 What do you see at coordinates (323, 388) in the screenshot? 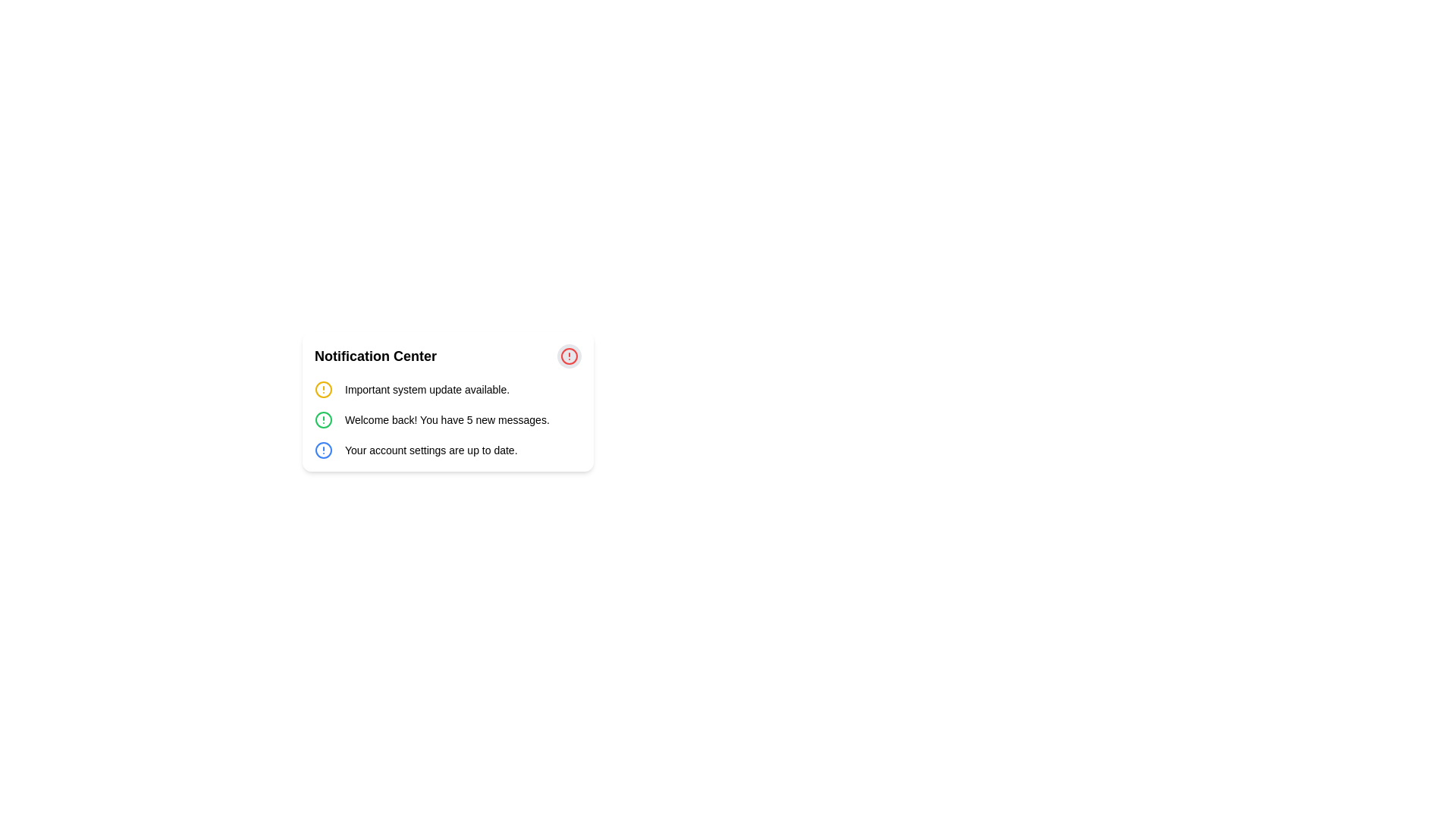
I see `the circular alert icon indicating a notification for an important system update, located in the top-right section of the notification card` at bounding box center [323, 388].